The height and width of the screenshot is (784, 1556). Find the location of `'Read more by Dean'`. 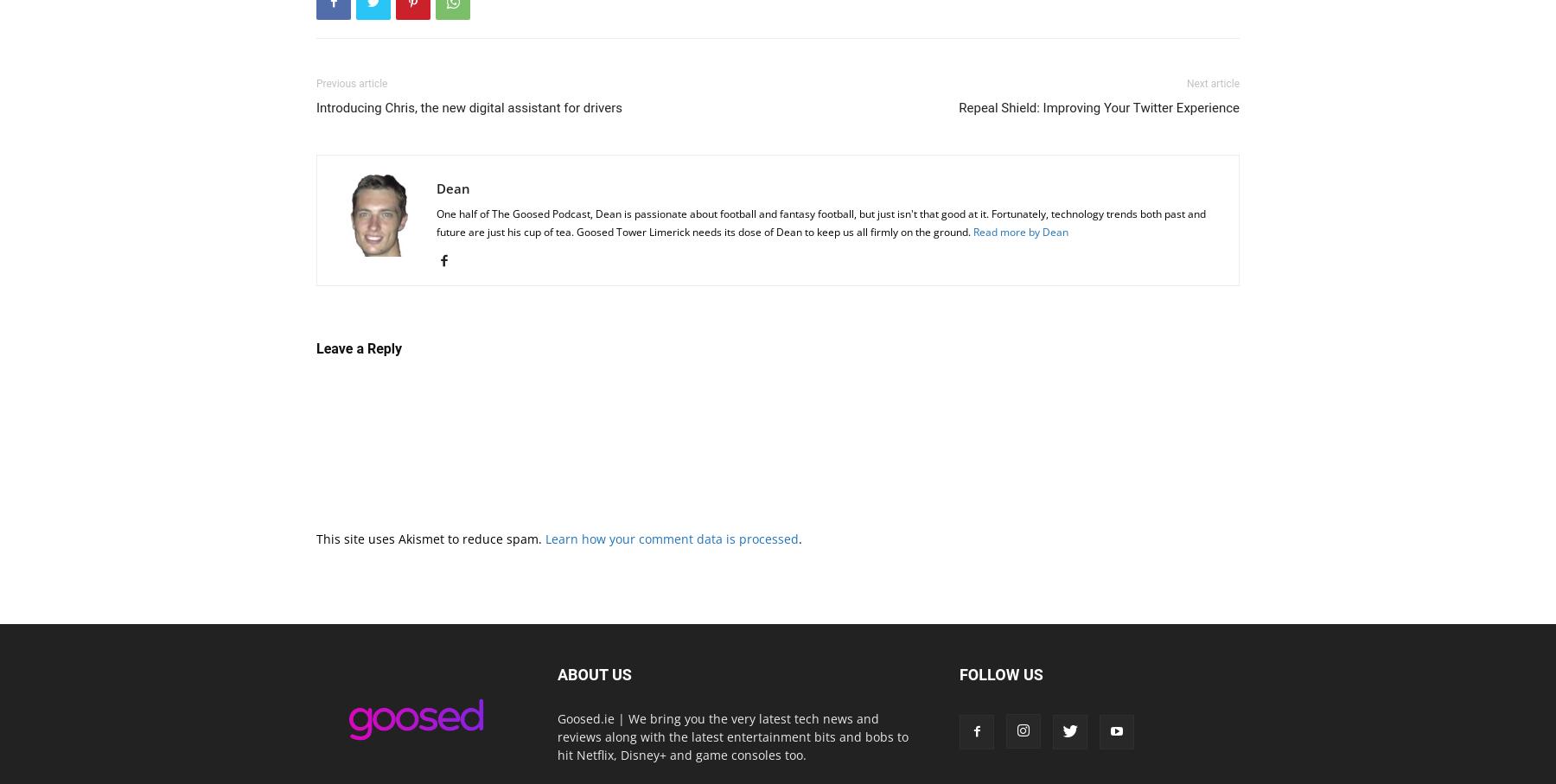

'Read more by Dean' is located at coordinates (1019, 230).